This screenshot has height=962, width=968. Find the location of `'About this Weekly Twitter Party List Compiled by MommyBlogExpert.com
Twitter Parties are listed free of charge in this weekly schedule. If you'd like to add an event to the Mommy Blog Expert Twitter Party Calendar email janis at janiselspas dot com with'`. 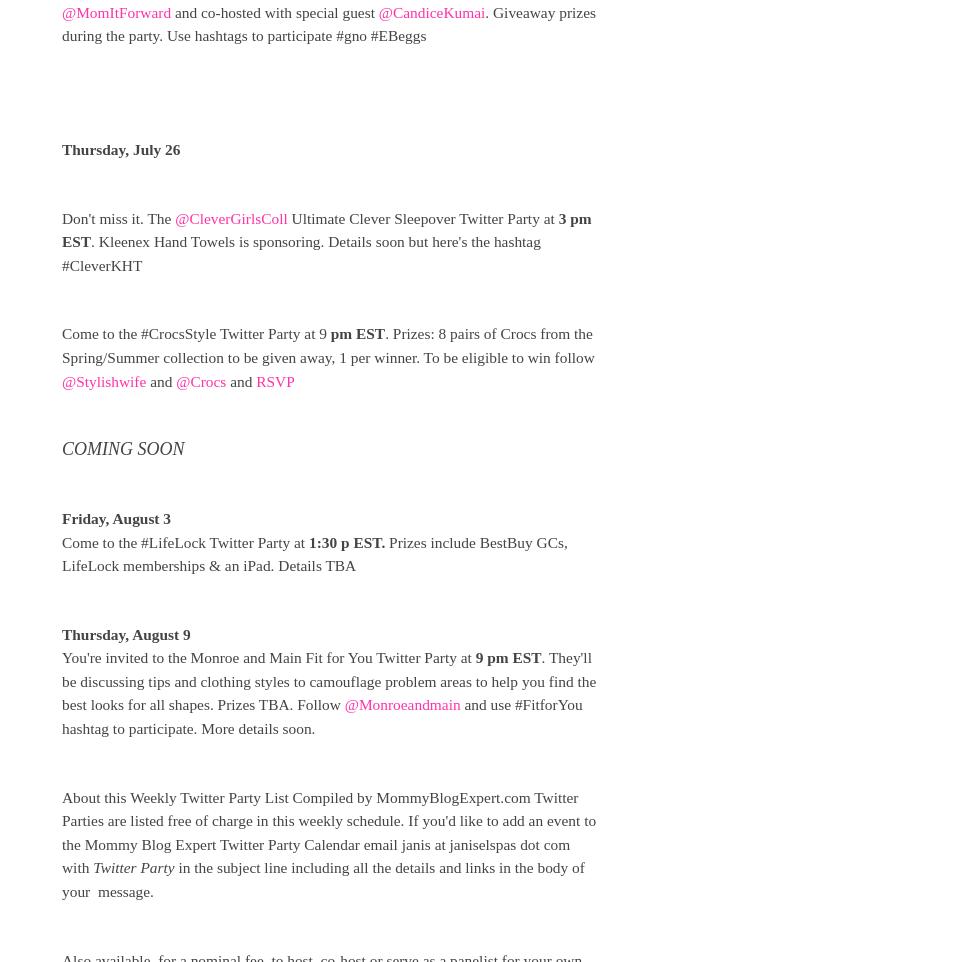

'About this Weekly Twitter Party List Compiled by MommyBlogExpert.com
Twitter Parties are listed free of charge in this weekly schedule. If you'd like to add an event to the Mommy Blog Expert Twitter Party Calendar email janis at janiselspas dot com with' is located at coordinates (329, 832).